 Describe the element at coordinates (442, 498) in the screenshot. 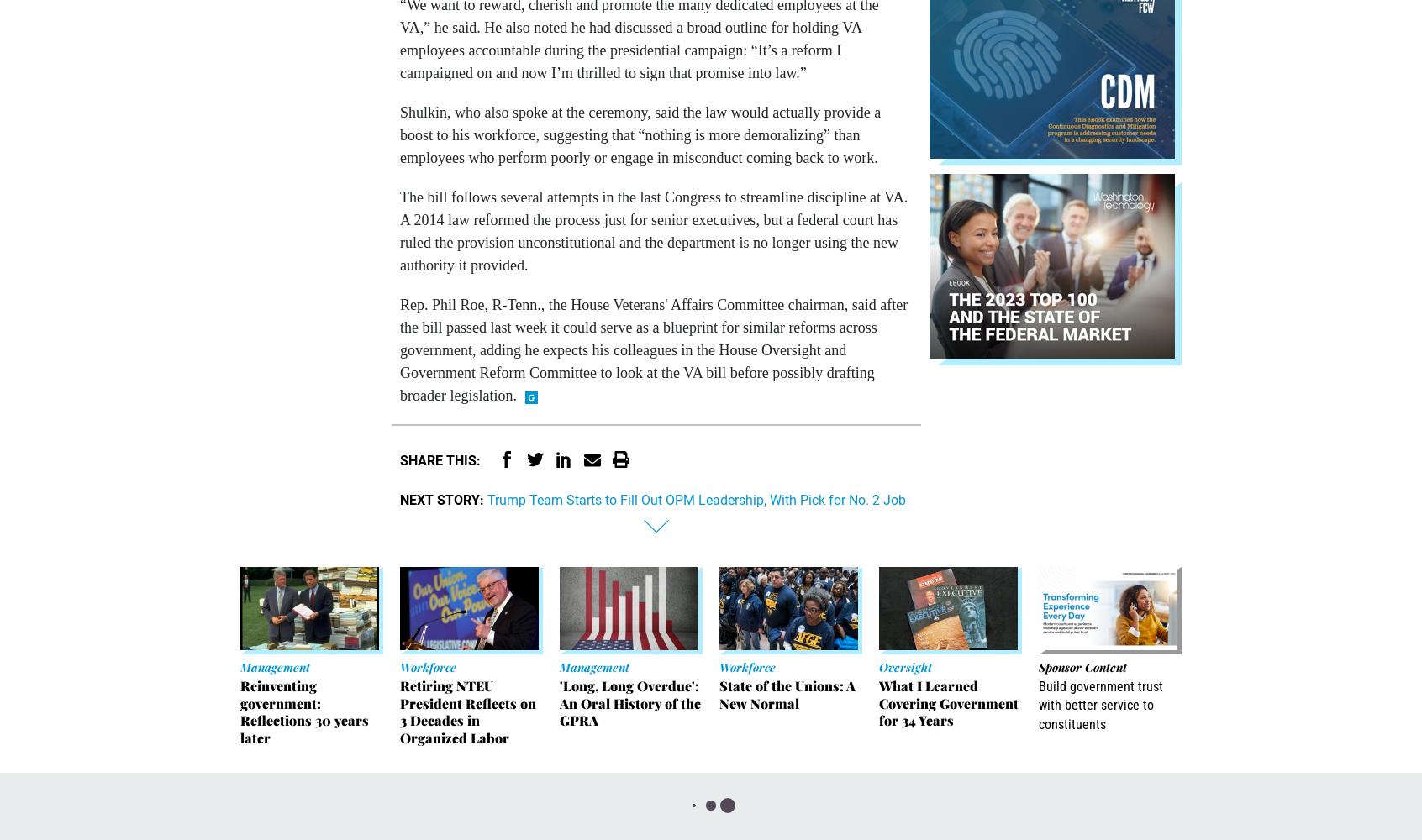

I see `'NEXT STORY:'` at that location.